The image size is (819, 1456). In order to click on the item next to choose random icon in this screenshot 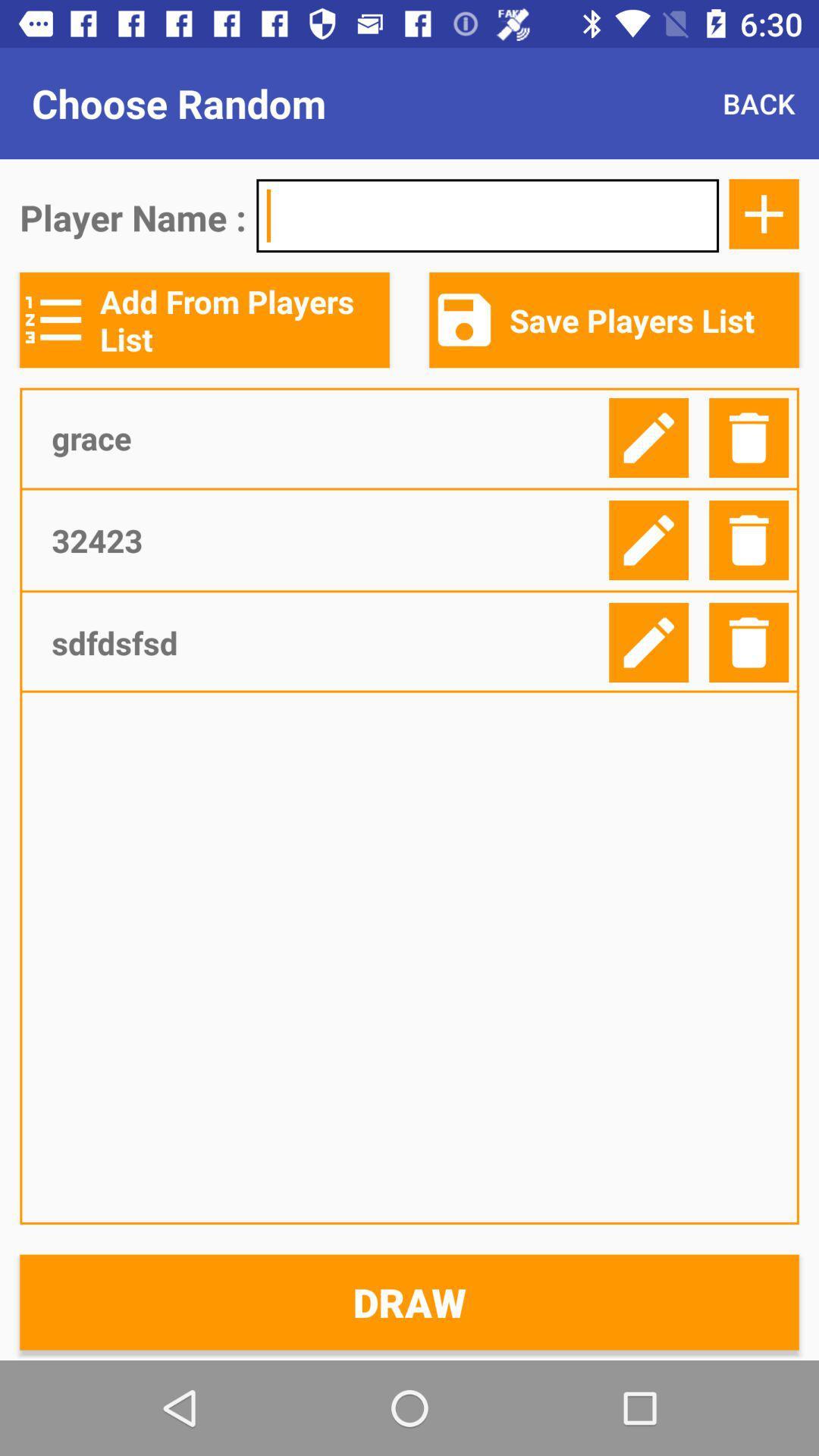, I will do `click(758, 102)`.